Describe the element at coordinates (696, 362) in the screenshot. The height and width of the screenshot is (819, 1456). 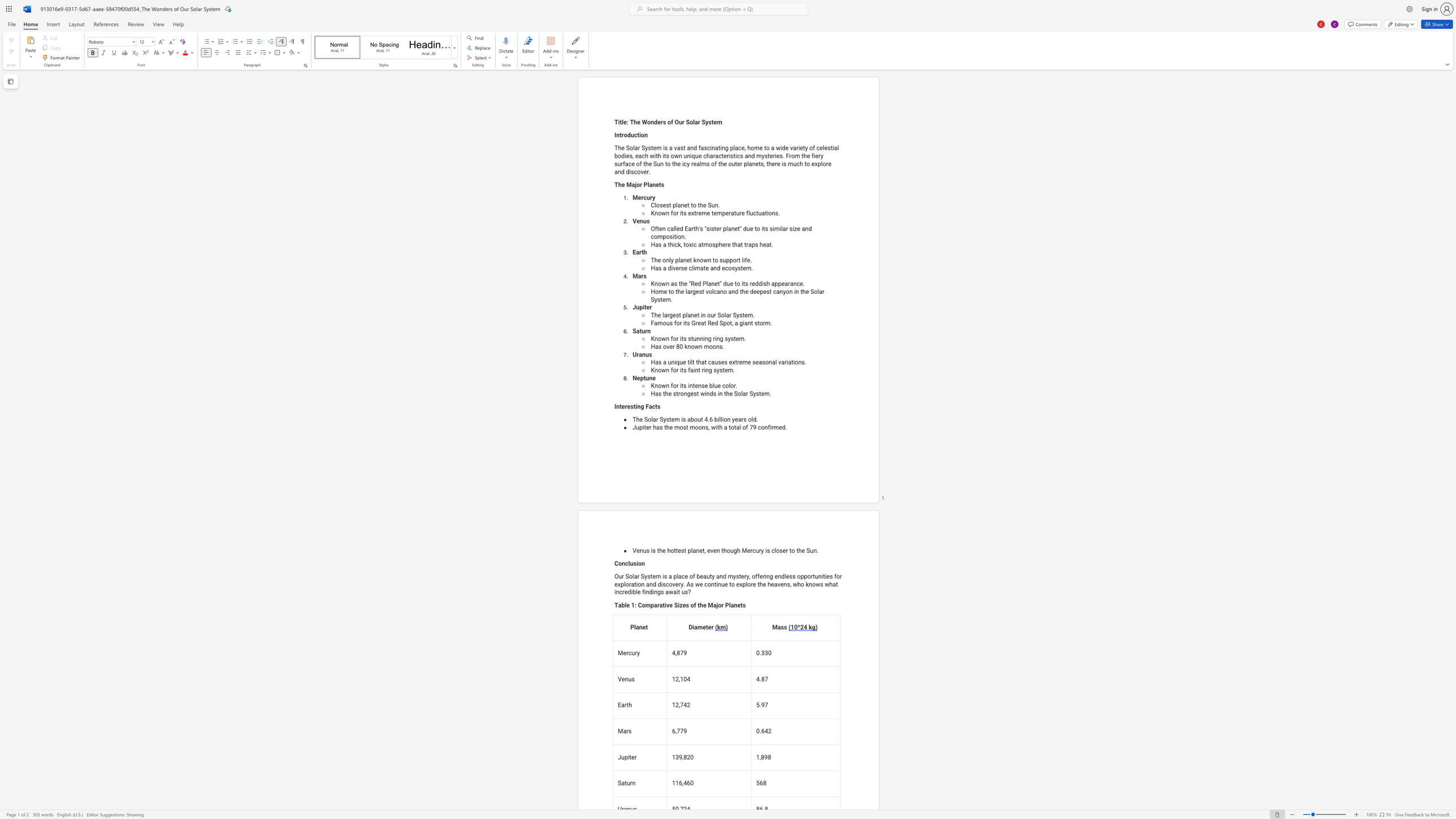
I see `the subset text "that causes extreme seaso" within the text "Has a unique tilt that causes extreme seasonal variations."` at that location.